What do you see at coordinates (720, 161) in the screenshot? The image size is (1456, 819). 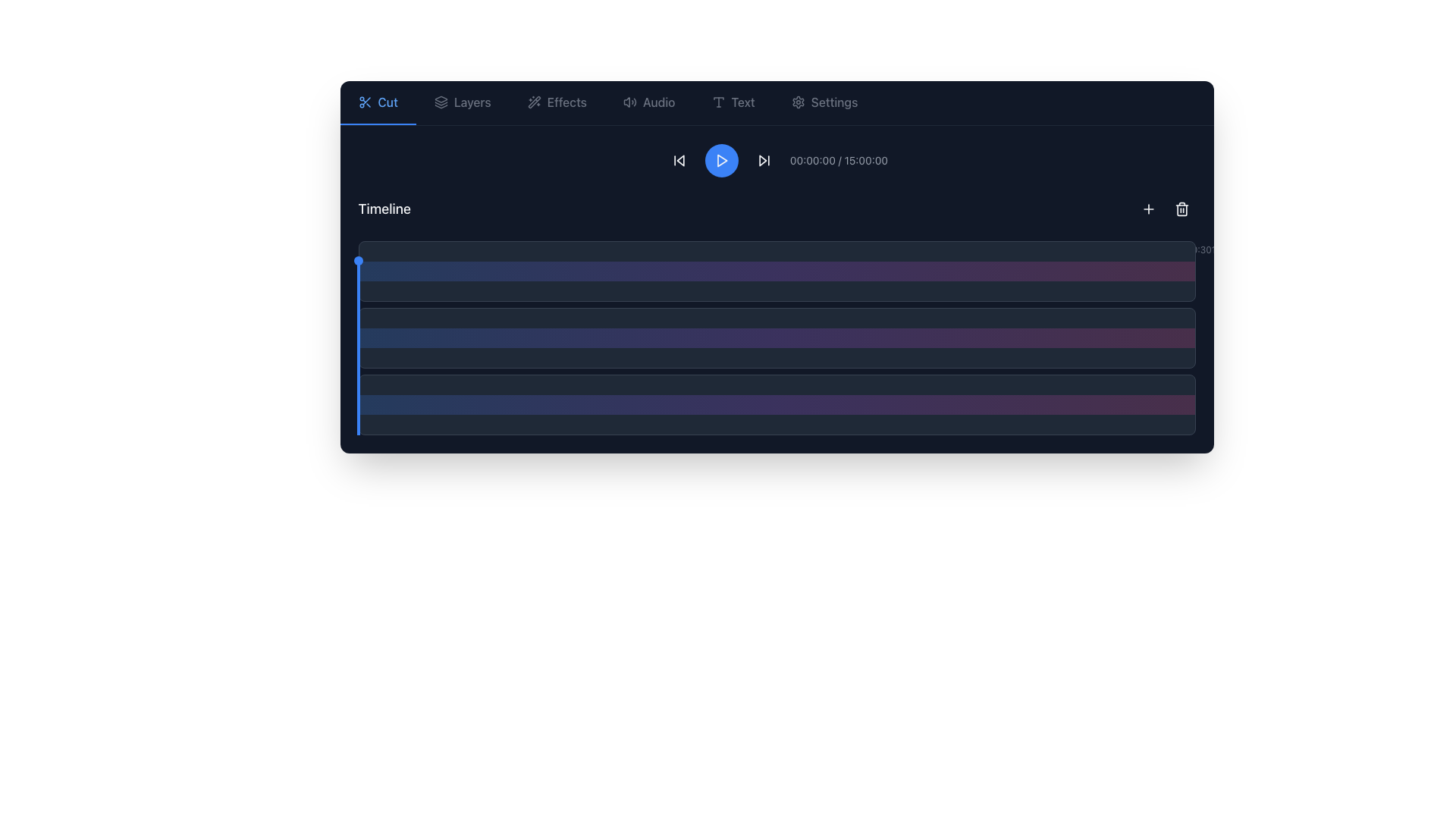 I see `the play button located at the center of the control buttons group` at bounding box center [720, 161].